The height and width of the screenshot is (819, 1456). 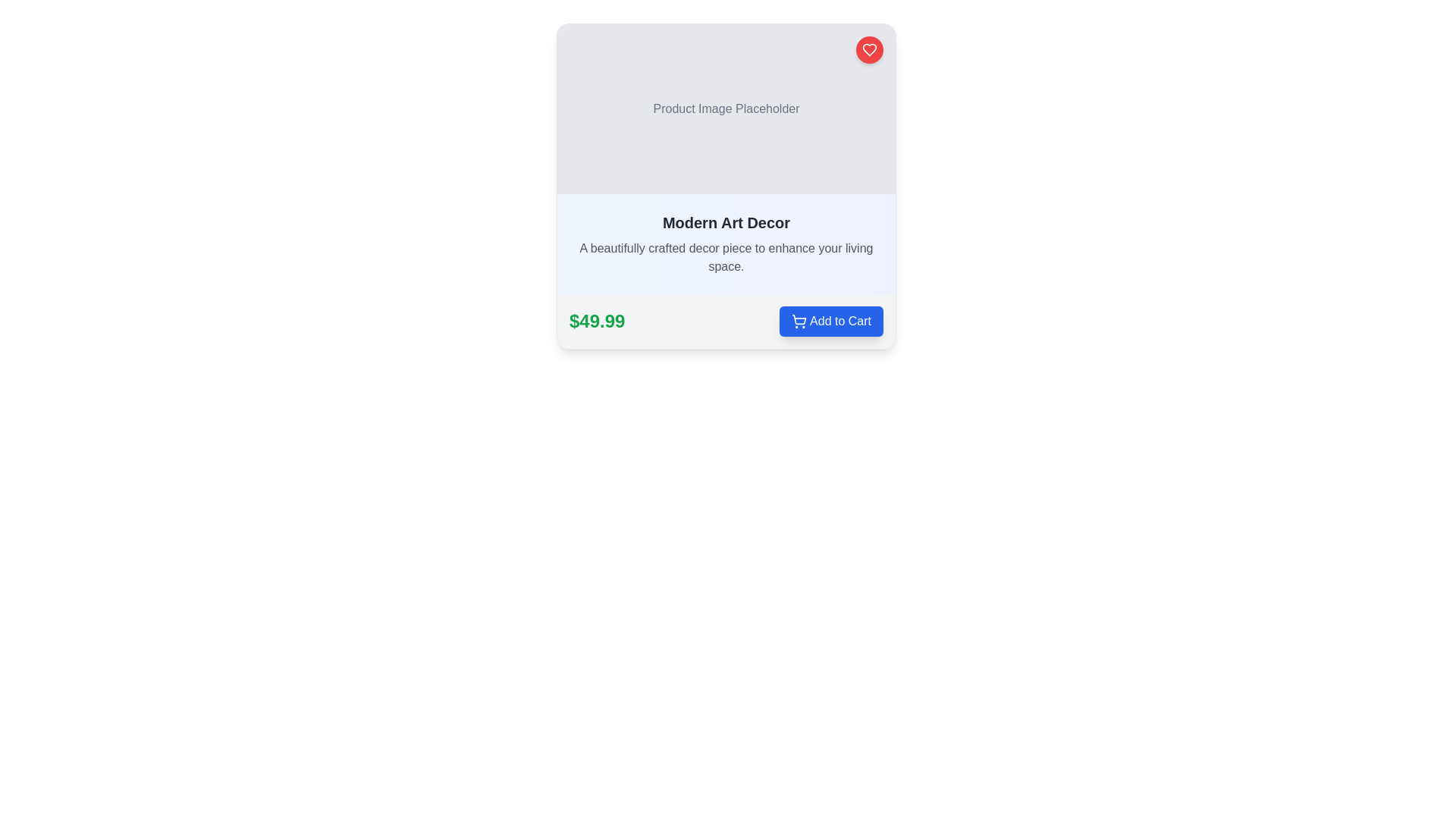 I want to click on the 'Add to Cart' button, which has a blue background and white text, so click(x=830, y=321).